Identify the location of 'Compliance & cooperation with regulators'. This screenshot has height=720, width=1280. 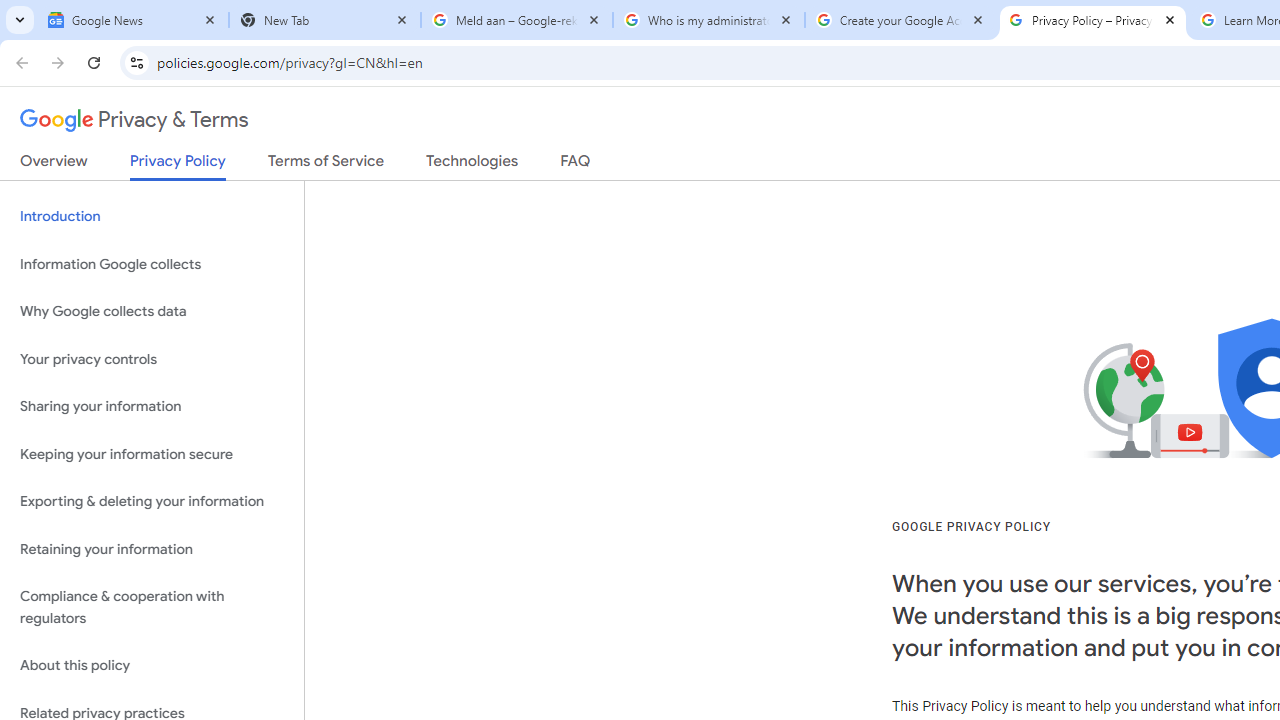
(151, 607).